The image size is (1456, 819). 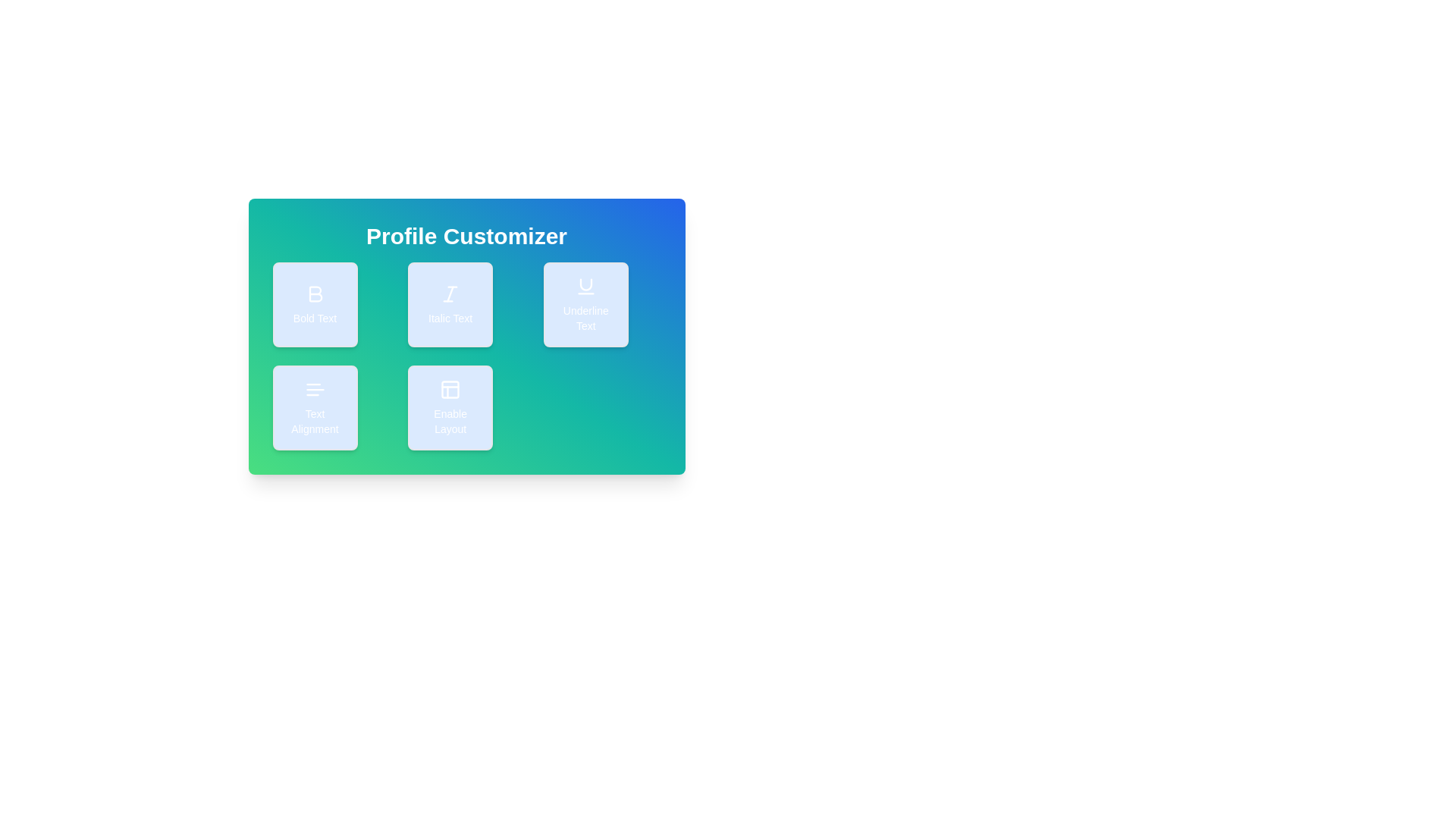 What do you see at coordinates (466, 335) in the screenshot?
I see `the 'Italic Text' button` at bounding box center [466, 335].